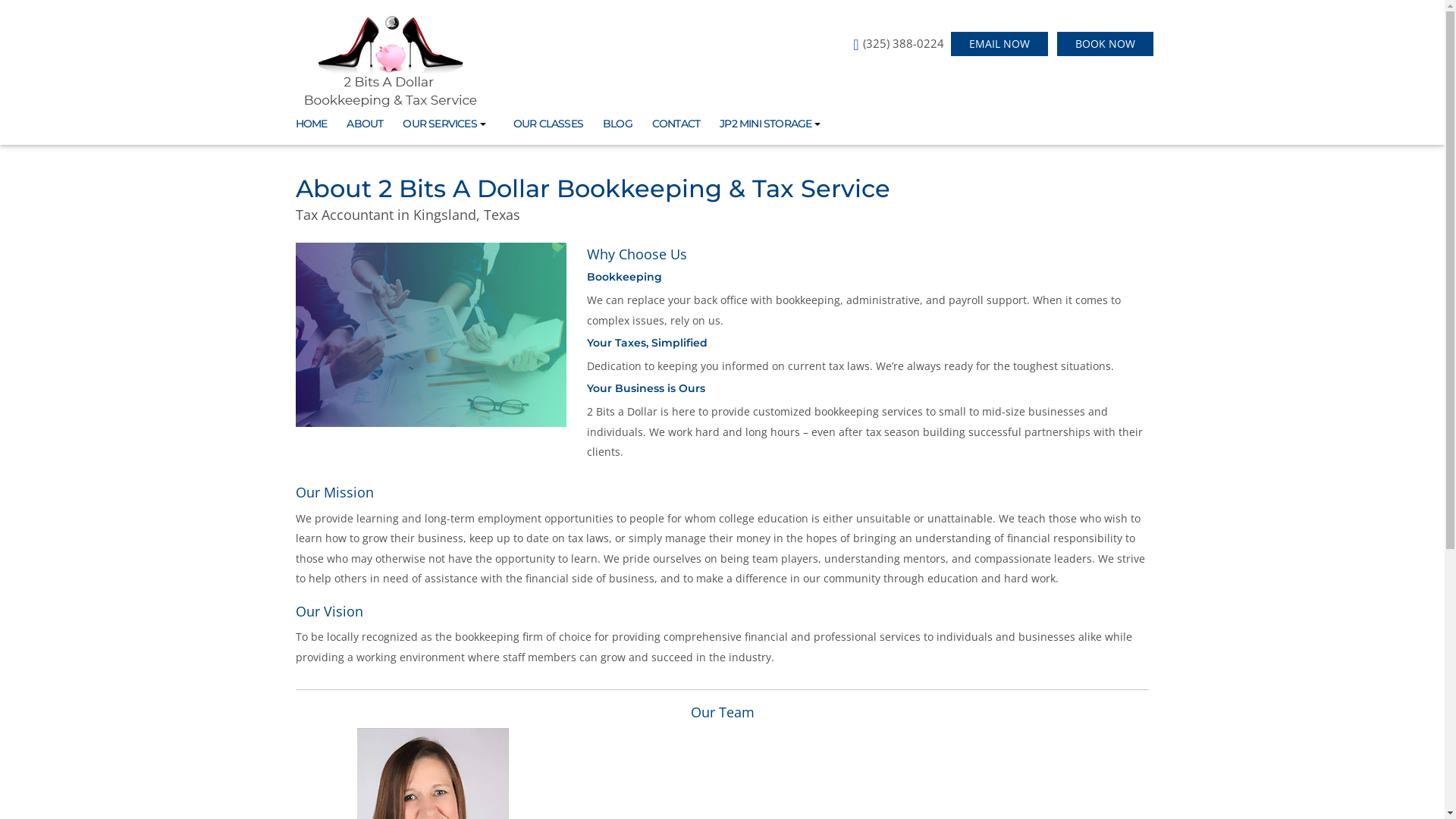 The height and width of the screenshot is (819, 1456). What do you see at coordinates (999, 42) in the screenshot?
I see `'EMAIL NOW'` at bounding box center [999, 42].